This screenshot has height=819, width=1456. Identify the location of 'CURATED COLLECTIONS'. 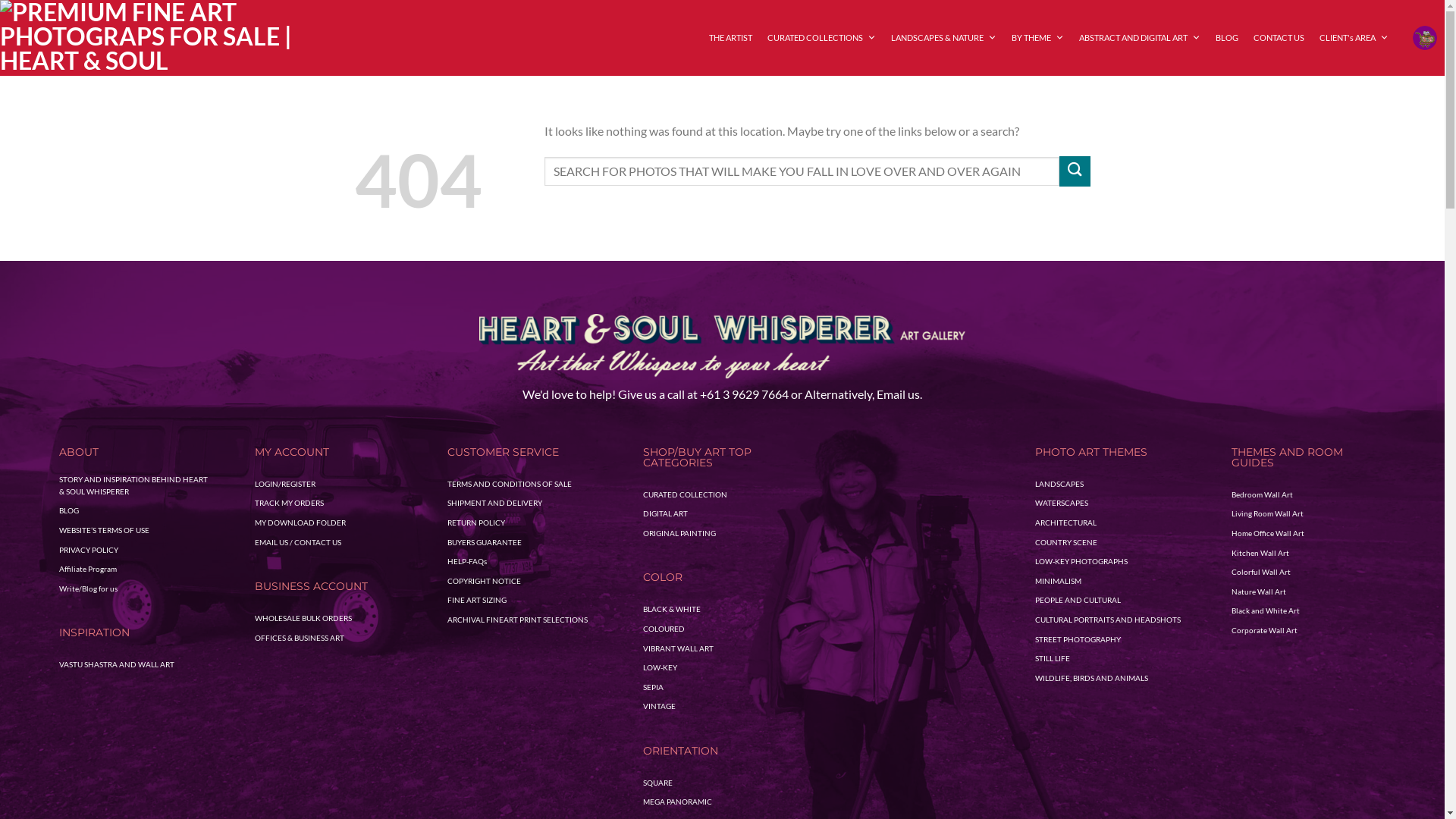
(821, 37).